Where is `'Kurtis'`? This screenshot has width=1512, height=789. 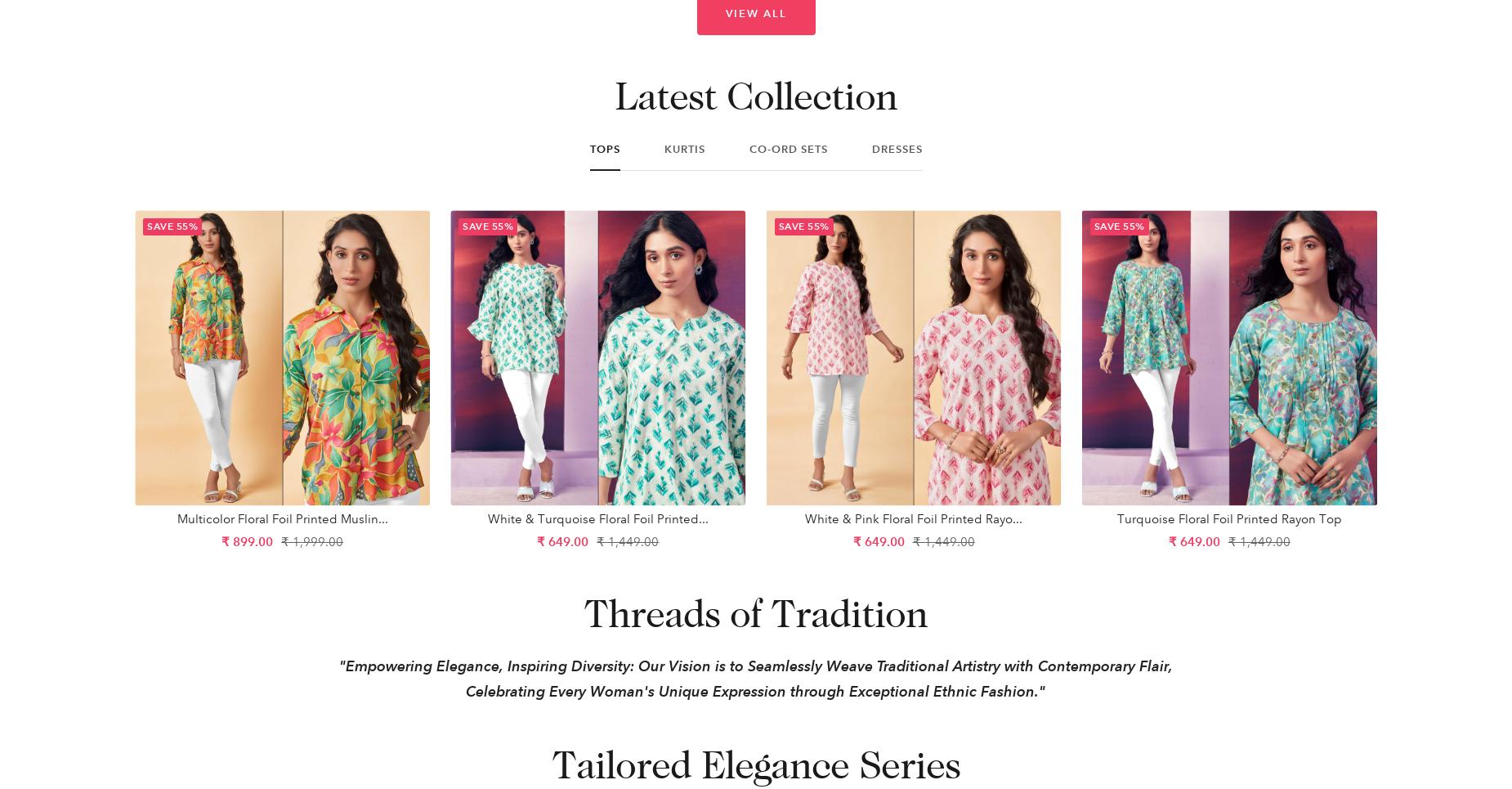
'Kurtis' is located at coordinates (683, 148).